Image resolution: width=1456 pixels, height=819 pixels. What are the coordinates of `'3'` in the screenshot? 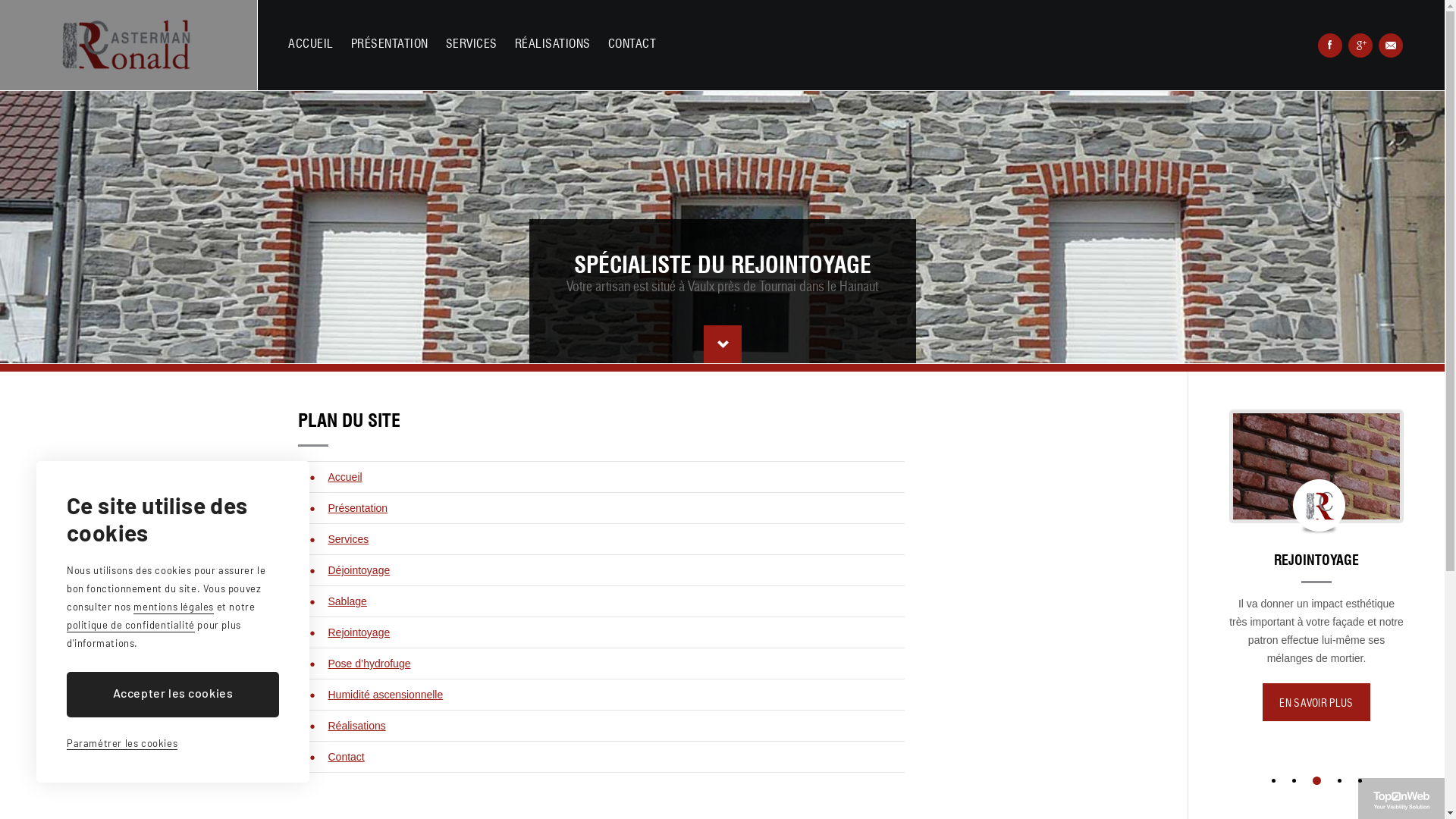 It's located at (1317, 780).